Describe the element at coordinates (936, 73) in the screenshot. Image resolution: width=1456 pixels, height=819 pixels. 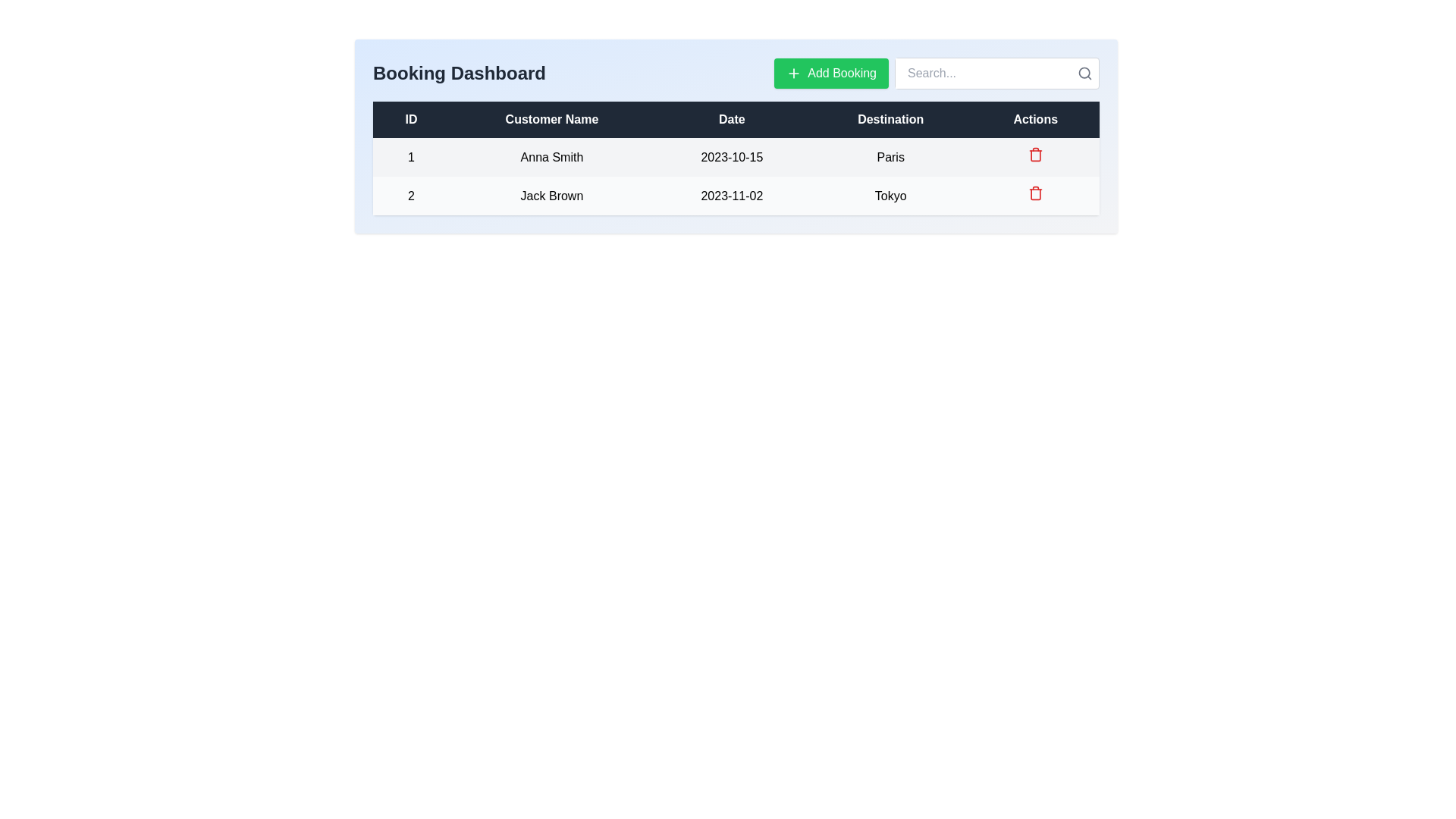
I see `the text input field with the placeholder 'Search...' located to the right of the 'Add Booking' button and to the left of the search icon` at that location.